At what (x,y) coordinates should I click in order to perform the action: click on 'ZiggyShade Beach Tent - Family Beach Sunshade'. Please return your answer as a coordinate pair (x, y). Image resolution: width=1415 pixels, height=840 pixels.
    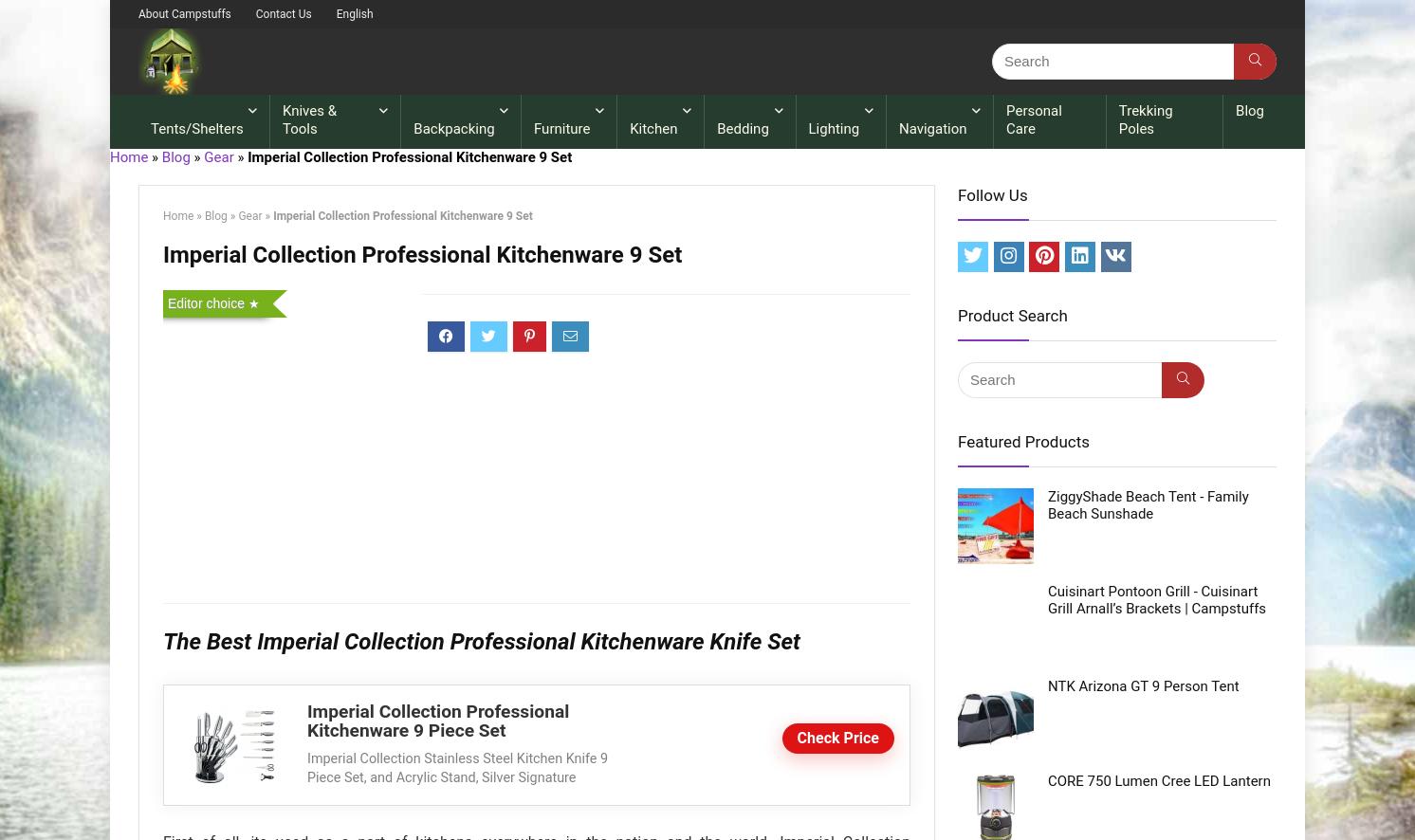
    Looking at the image, I should click on (1147, 504).